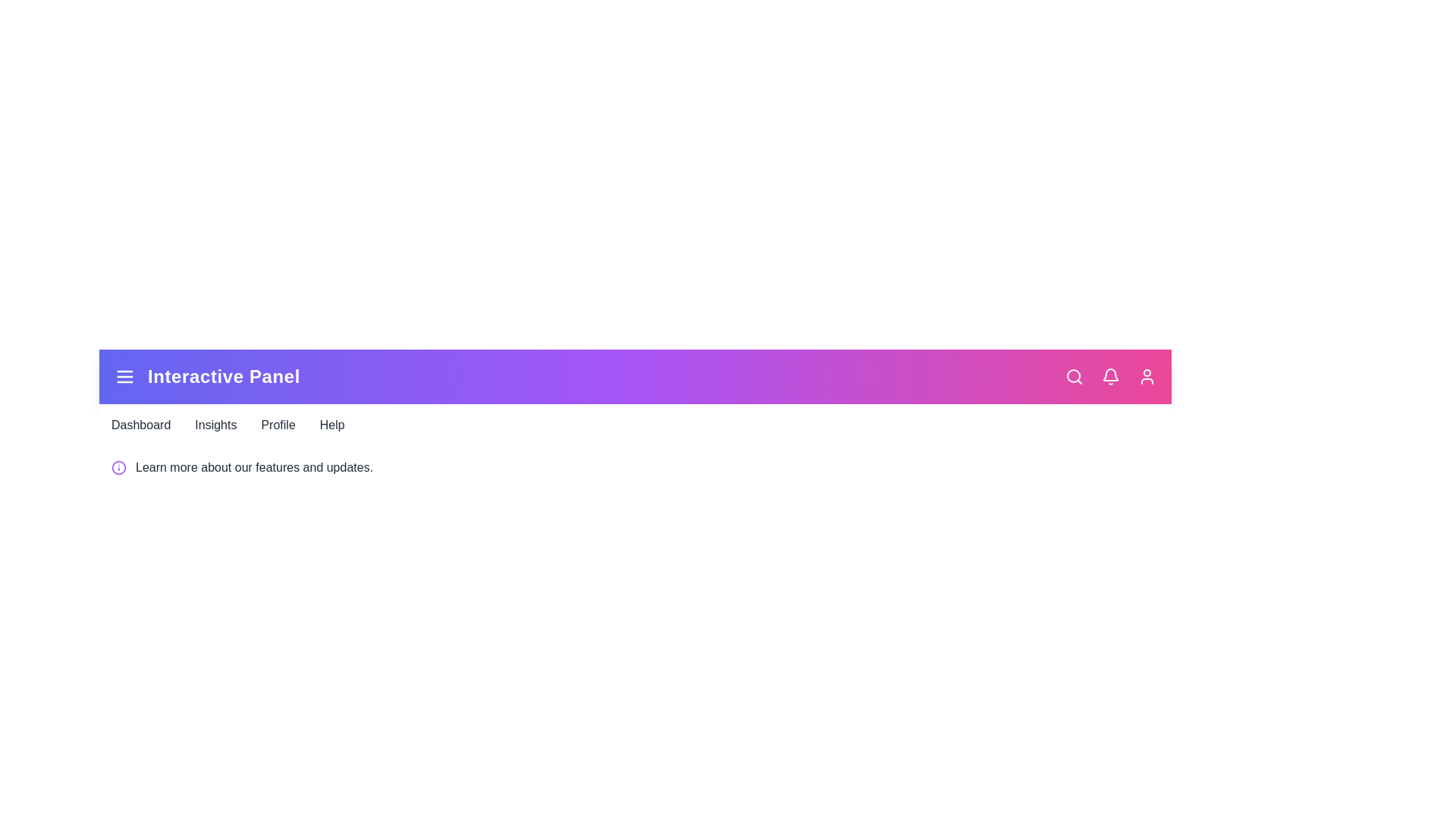 The image size is (1456, 819). Describe the element at coordinates (141, 425) in the screenshot. I see `the navigation link labeled Dashboard` at that location.